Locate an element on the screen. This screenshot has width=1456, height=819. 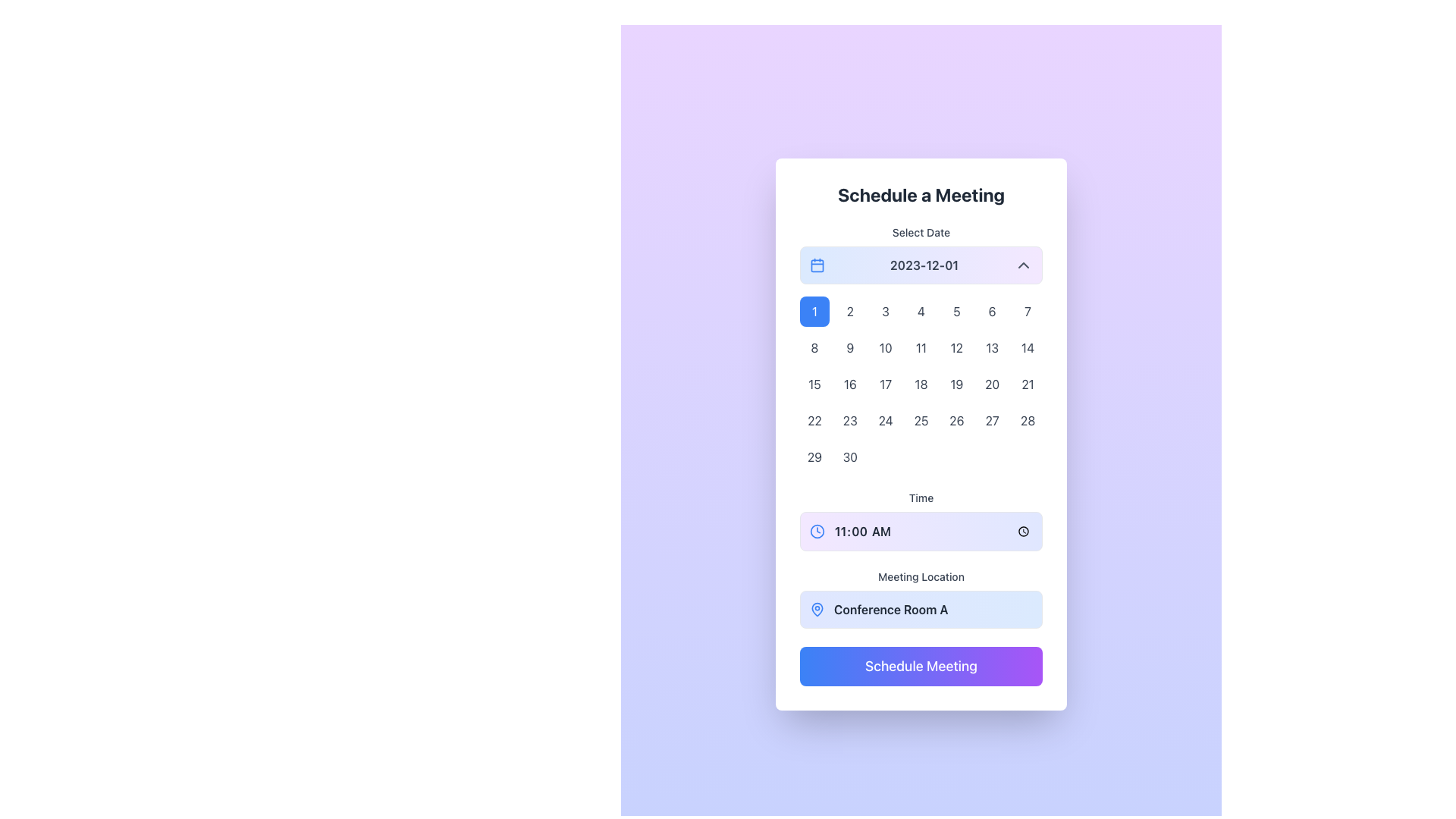
the date selection button for the date '22' in the calendar interface is located at coordinates (814, 421).